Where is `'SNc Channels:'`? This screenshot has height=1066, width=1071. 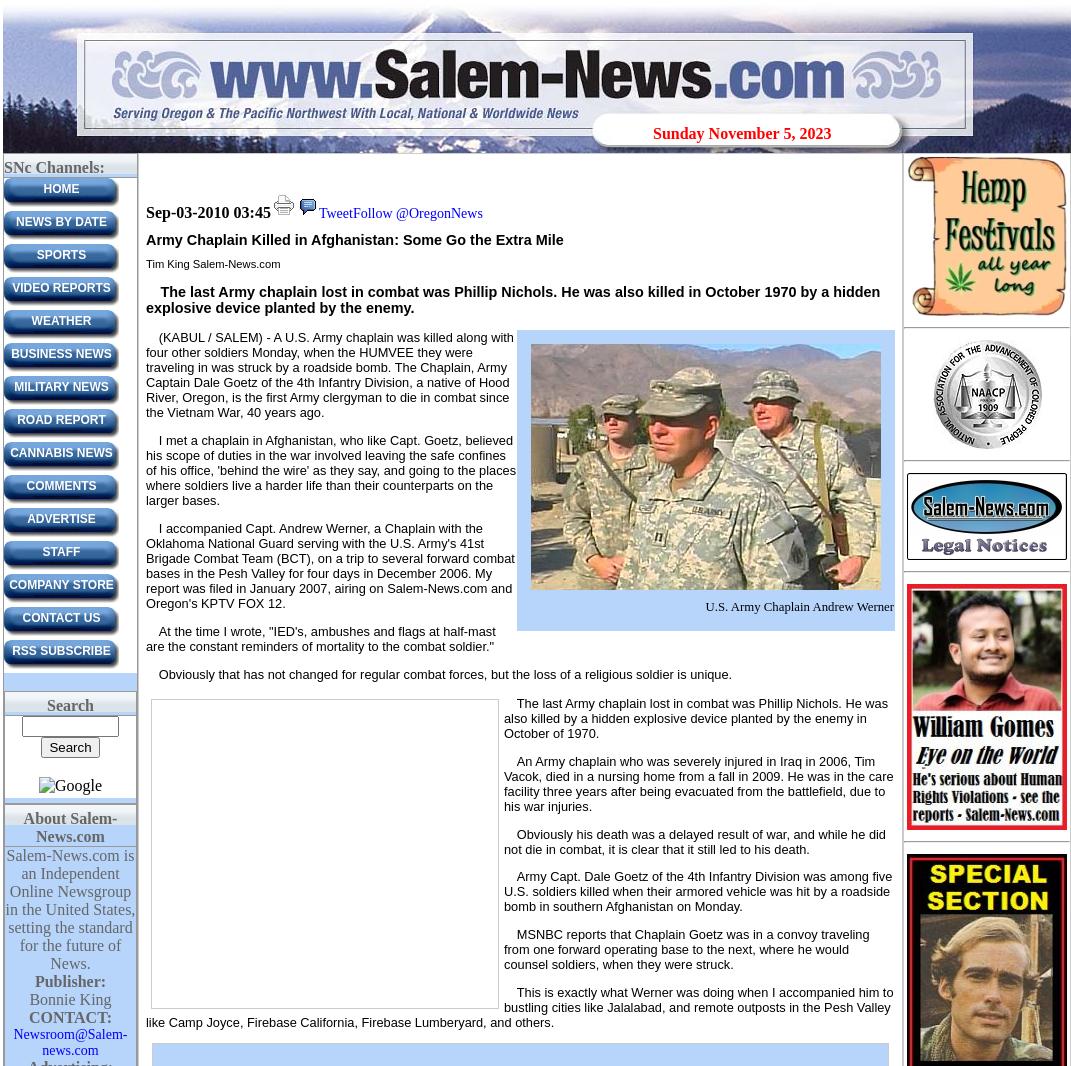 'SNc Channels:' is located at coordinates (52, 166).